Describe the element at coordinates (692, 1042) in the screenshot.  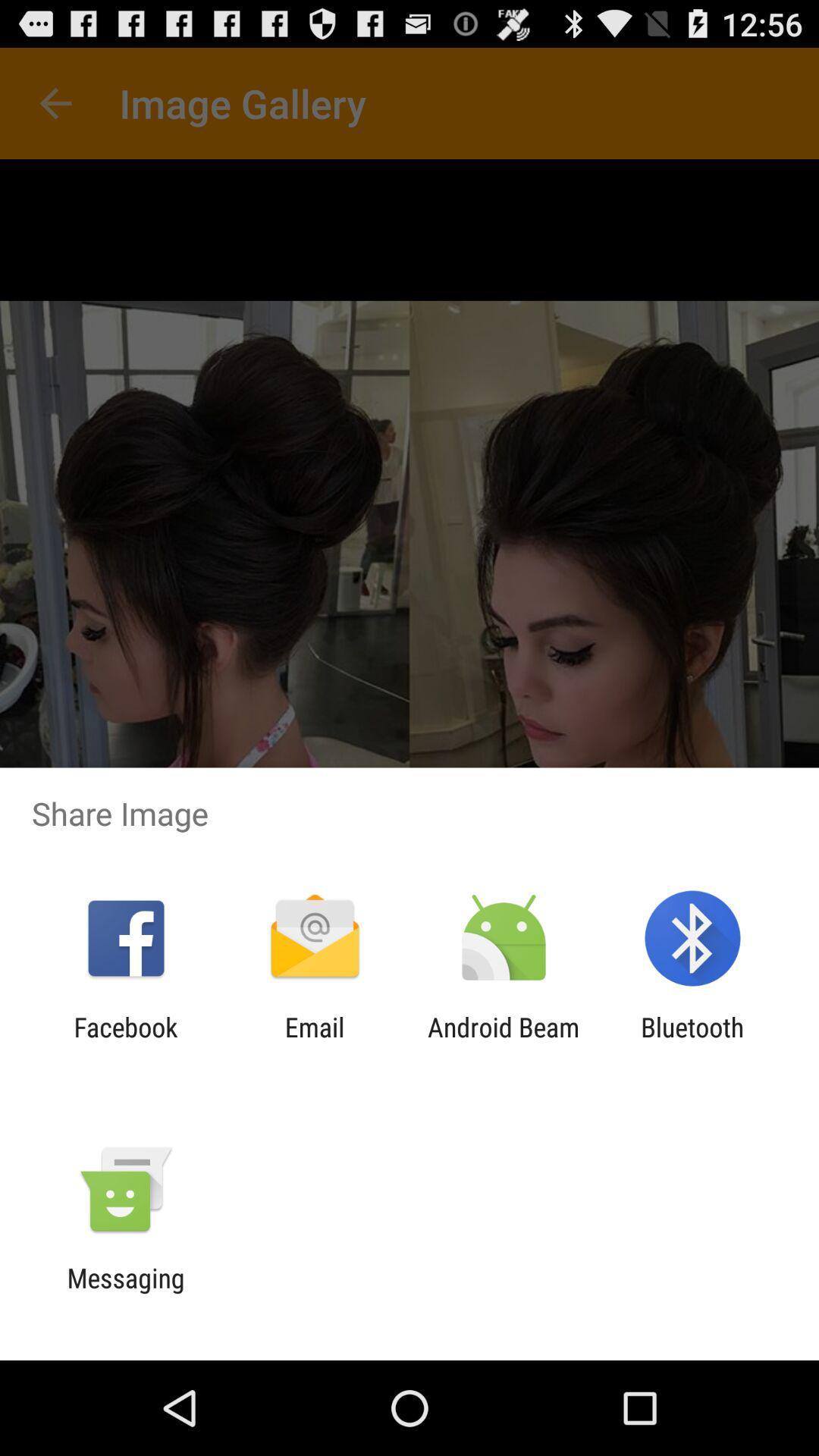
I see `app next to the android beam app` at that location.